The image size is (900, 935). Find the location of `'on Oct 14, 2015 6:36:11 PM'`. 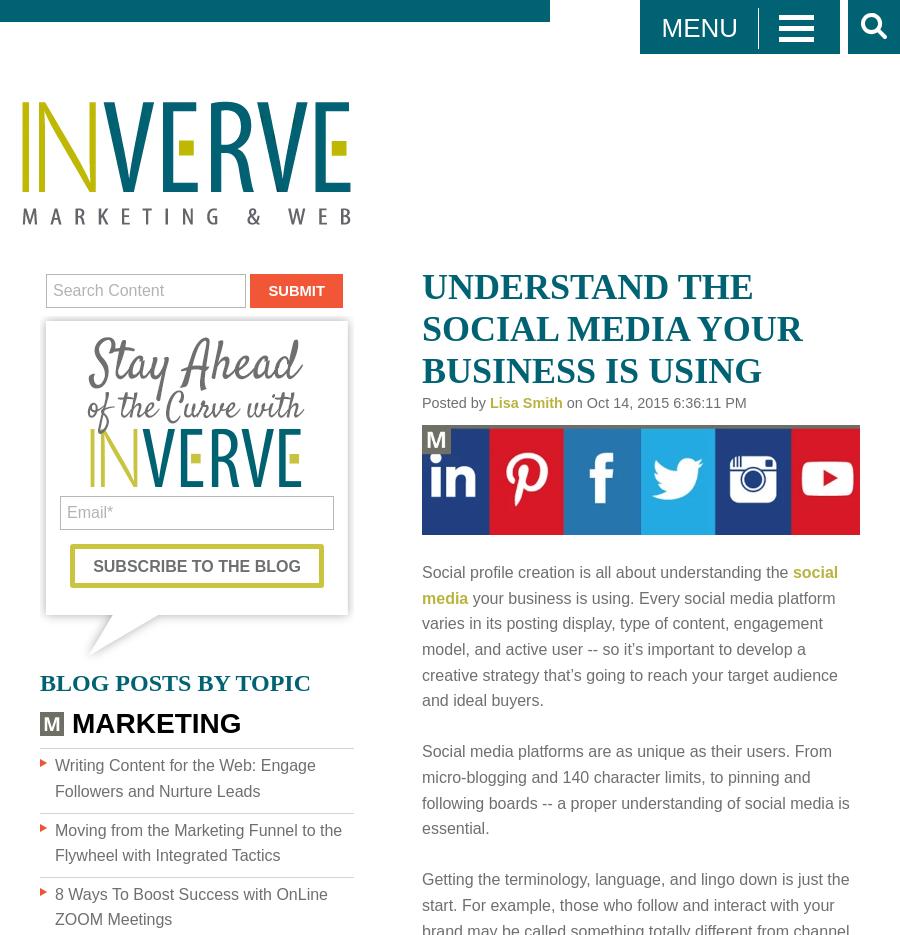

'on Oct 14, 2015 6:36:11 PM' is located at coordinates (654, 402).